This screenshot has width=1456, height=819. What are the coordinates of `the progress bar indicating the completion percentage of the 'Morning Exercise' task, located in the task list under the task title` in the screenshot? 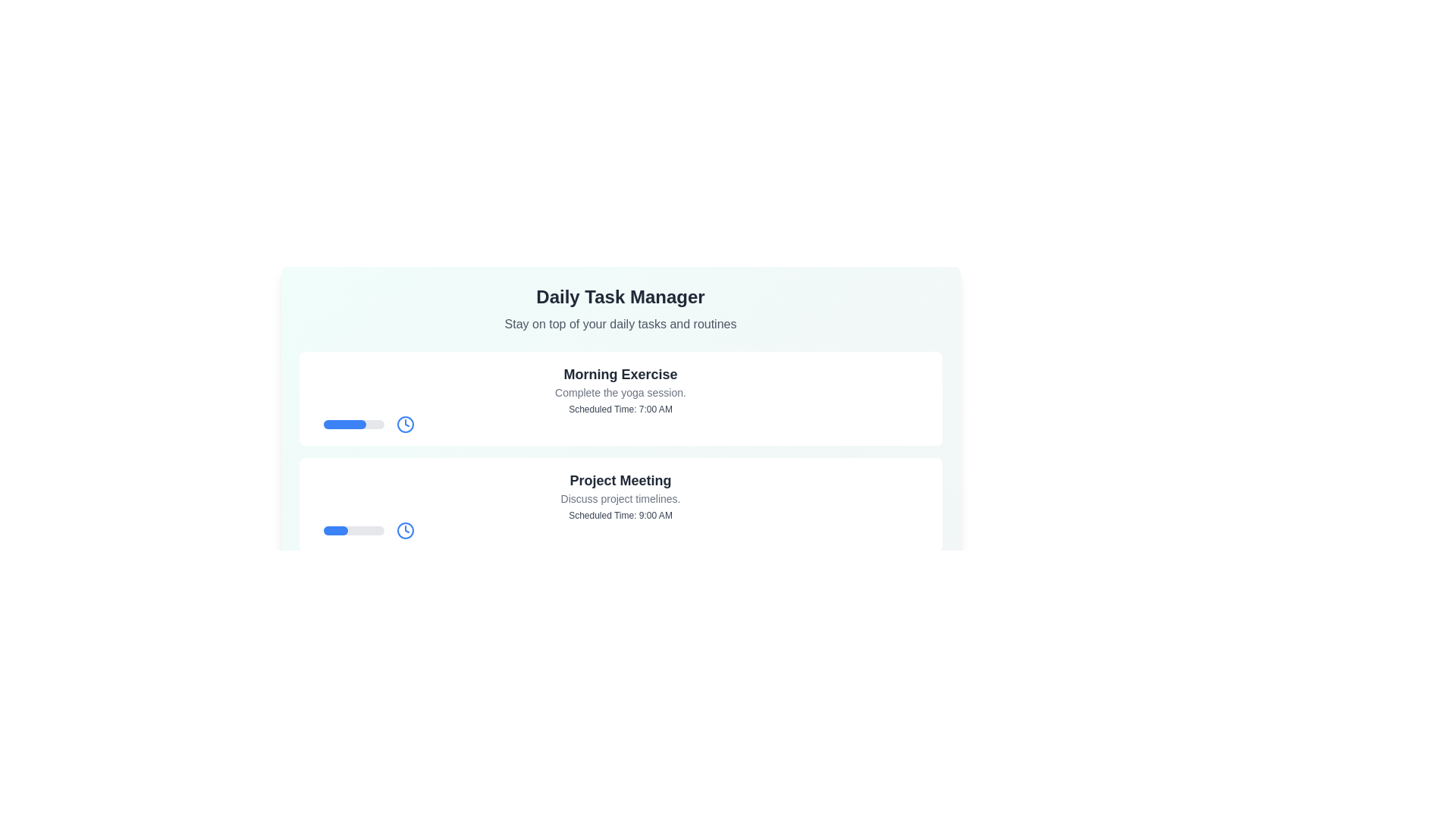 It's located at (344, 424).